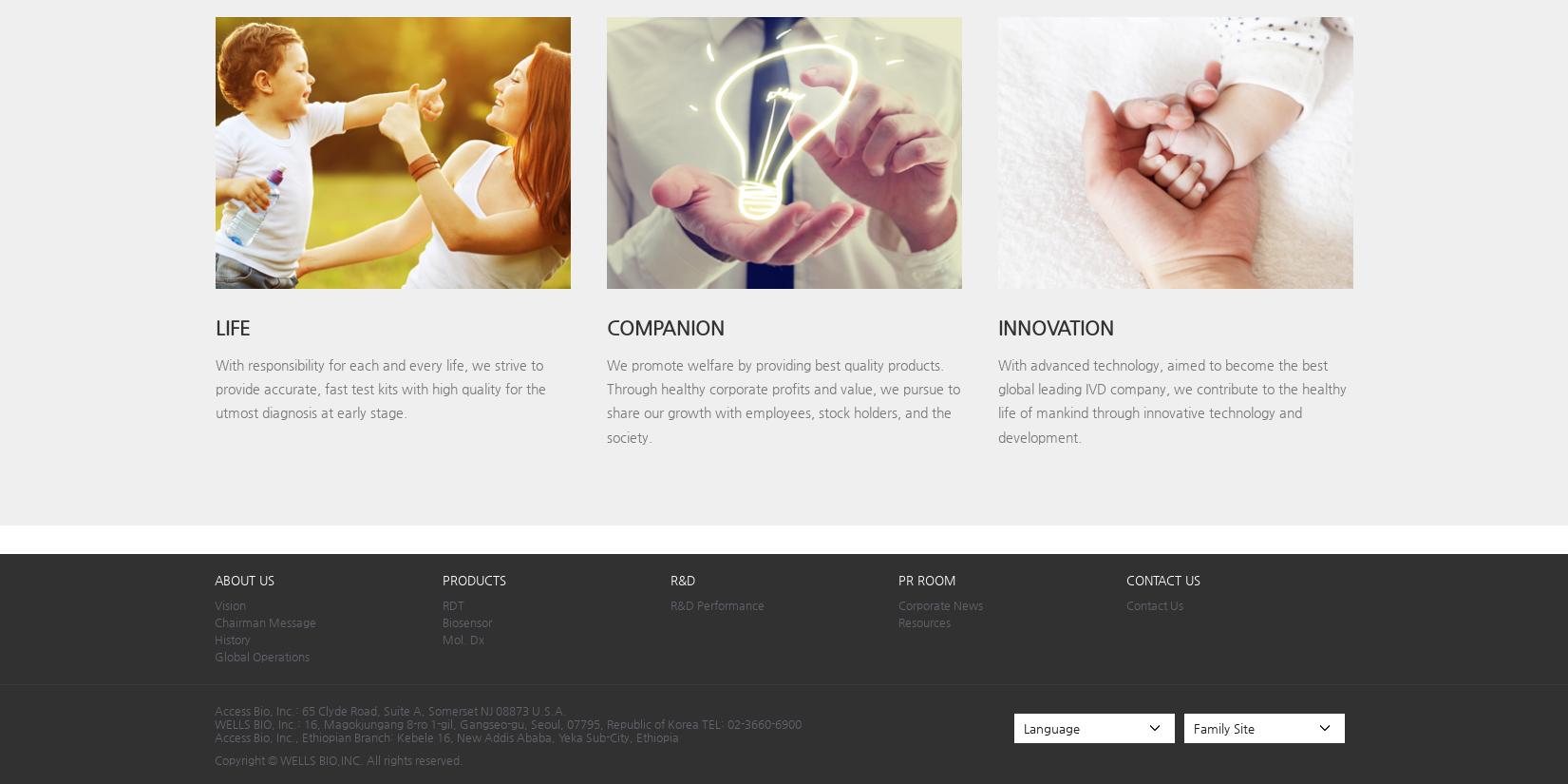  What do you see at coordinates (506, 722) in the screenshot?
I see `'WELLS BIO, Inc.: 16, Magokjungang 8-ro 1-gil, Gangseo-gu, Seoul, 07795, Republic of Korea    TEL: 02-3660-6900'` at bounding box center [506, 722].